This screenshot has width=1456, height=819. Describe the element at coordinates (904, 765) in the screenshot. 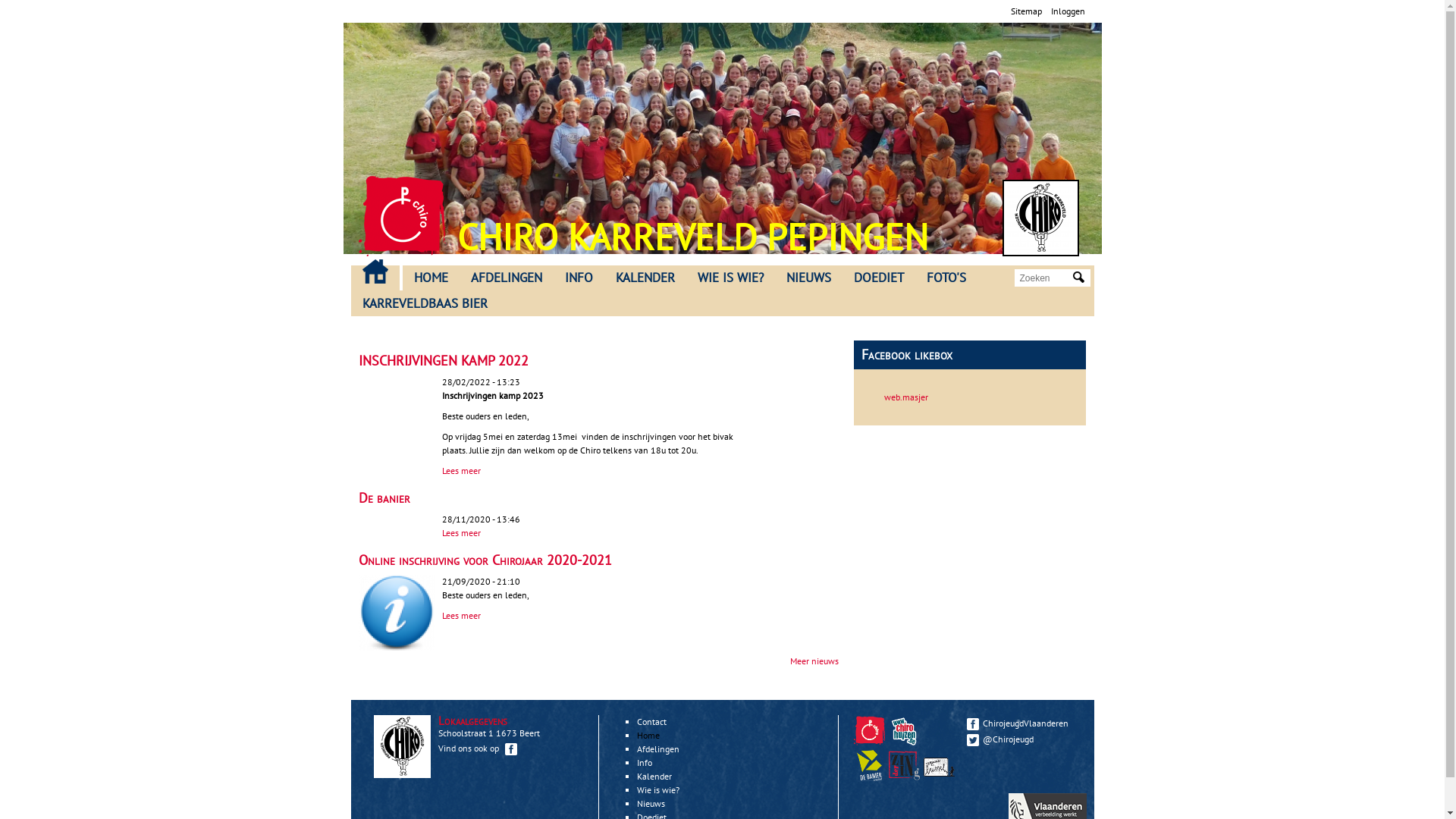

I see `'Zindering'` at that location.